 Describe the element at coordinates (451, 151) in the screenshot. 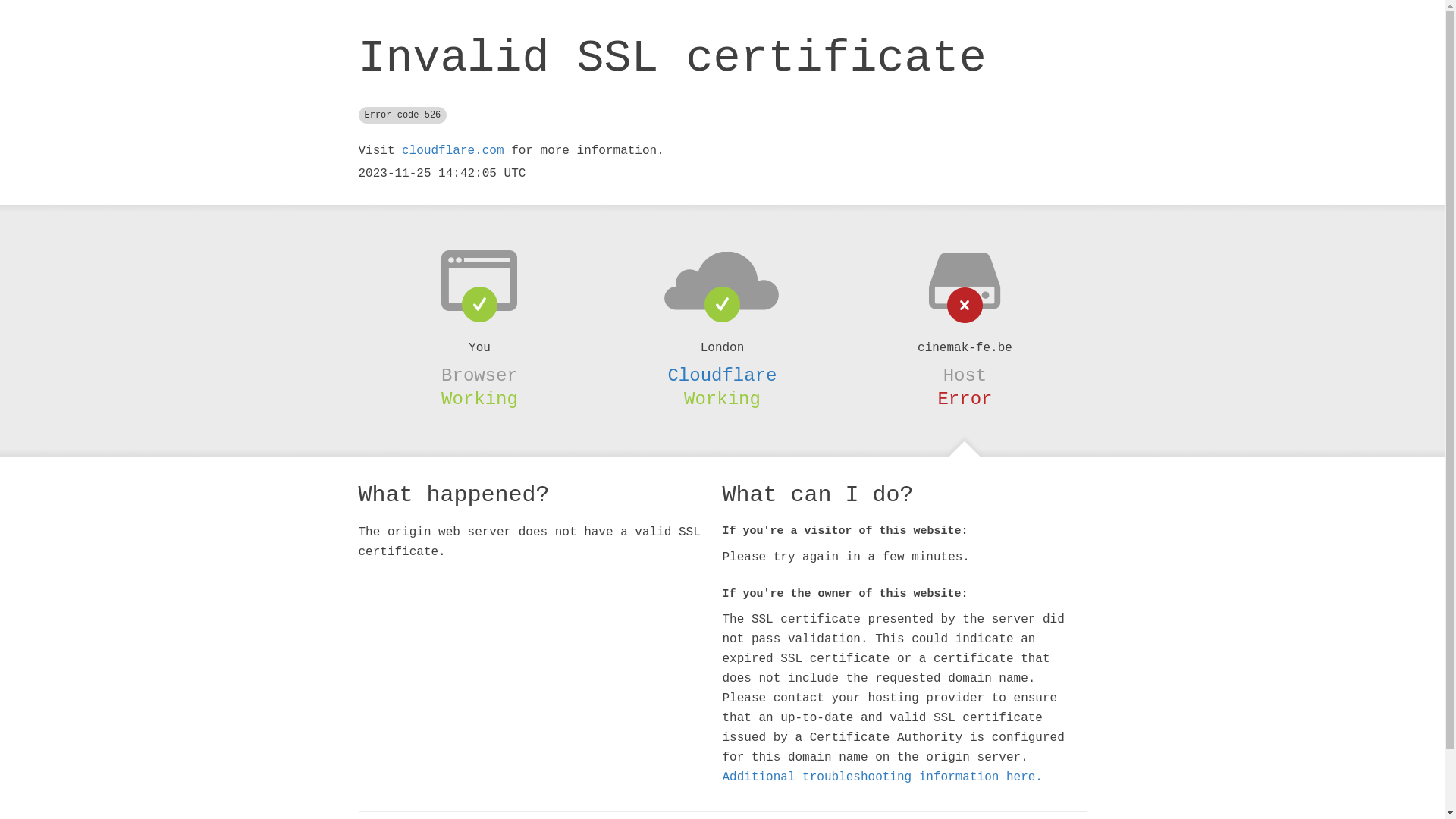

I see `'cloudflare.com'` at that location.